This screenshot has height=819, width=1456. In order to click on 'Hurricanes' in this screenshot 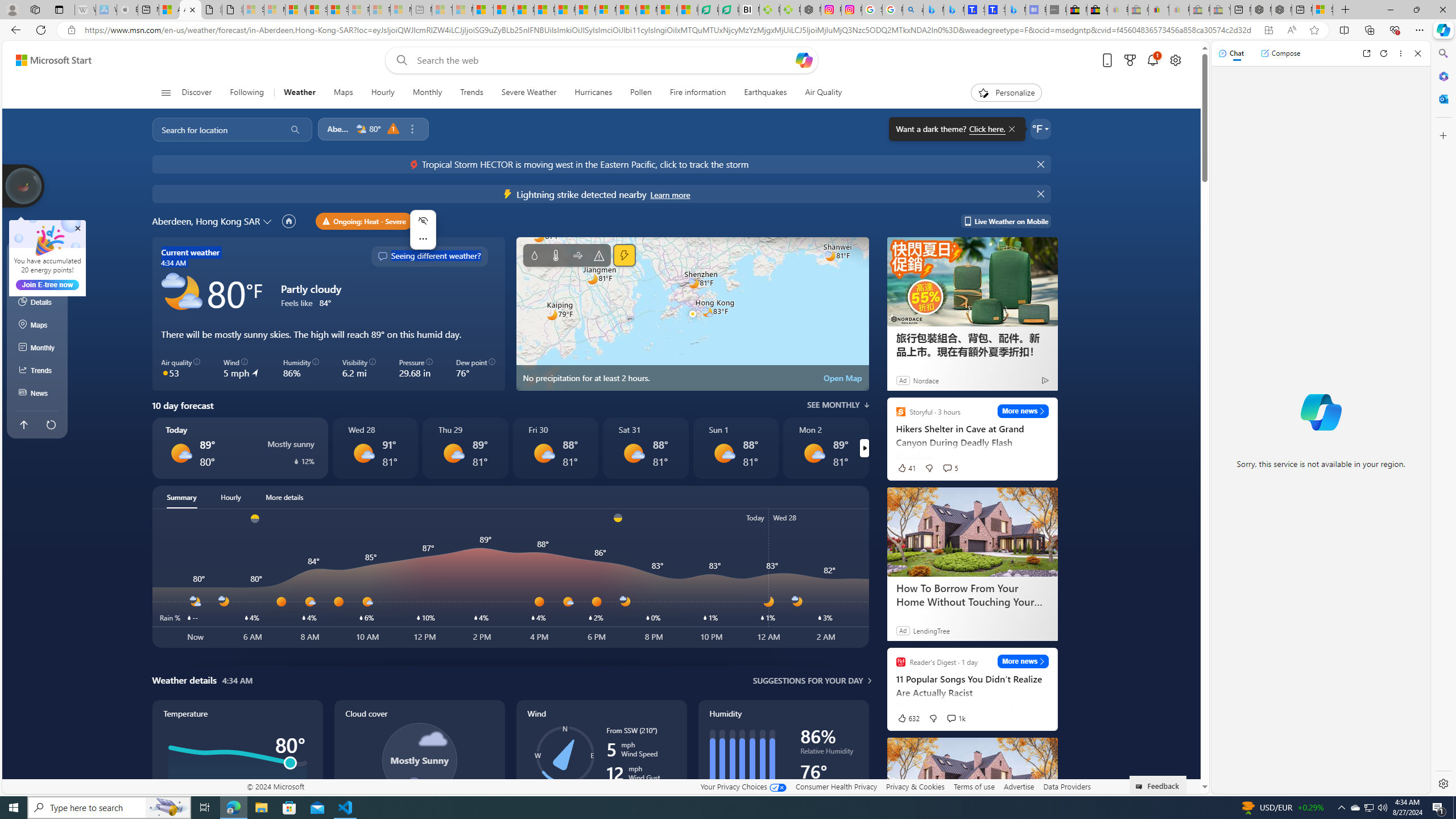, I will do `click(593, 92)`.